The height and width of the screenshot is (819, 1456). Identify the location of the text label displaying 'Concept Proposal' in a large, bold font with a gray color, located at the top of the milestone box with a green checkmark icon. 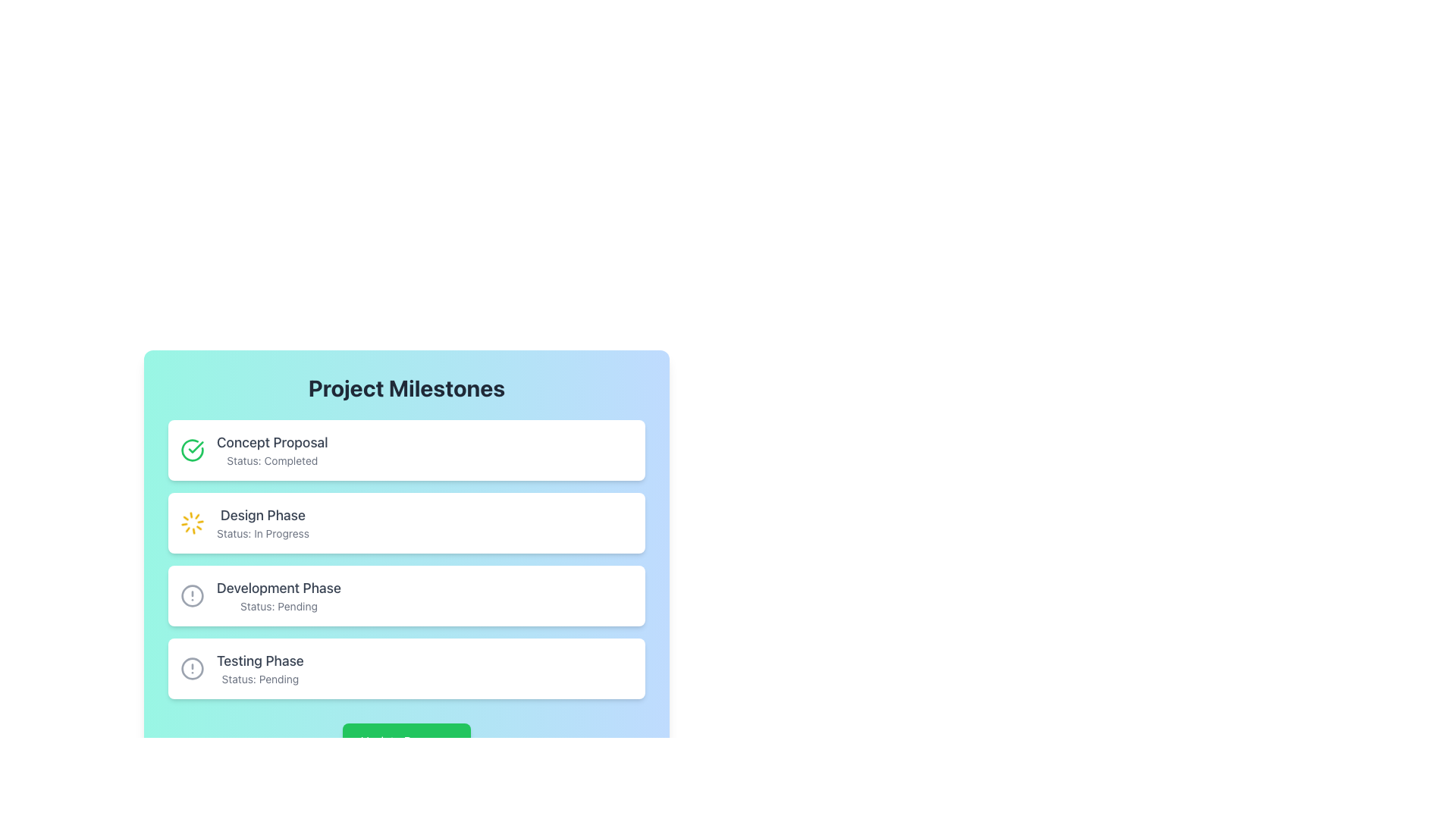
(272, 442).